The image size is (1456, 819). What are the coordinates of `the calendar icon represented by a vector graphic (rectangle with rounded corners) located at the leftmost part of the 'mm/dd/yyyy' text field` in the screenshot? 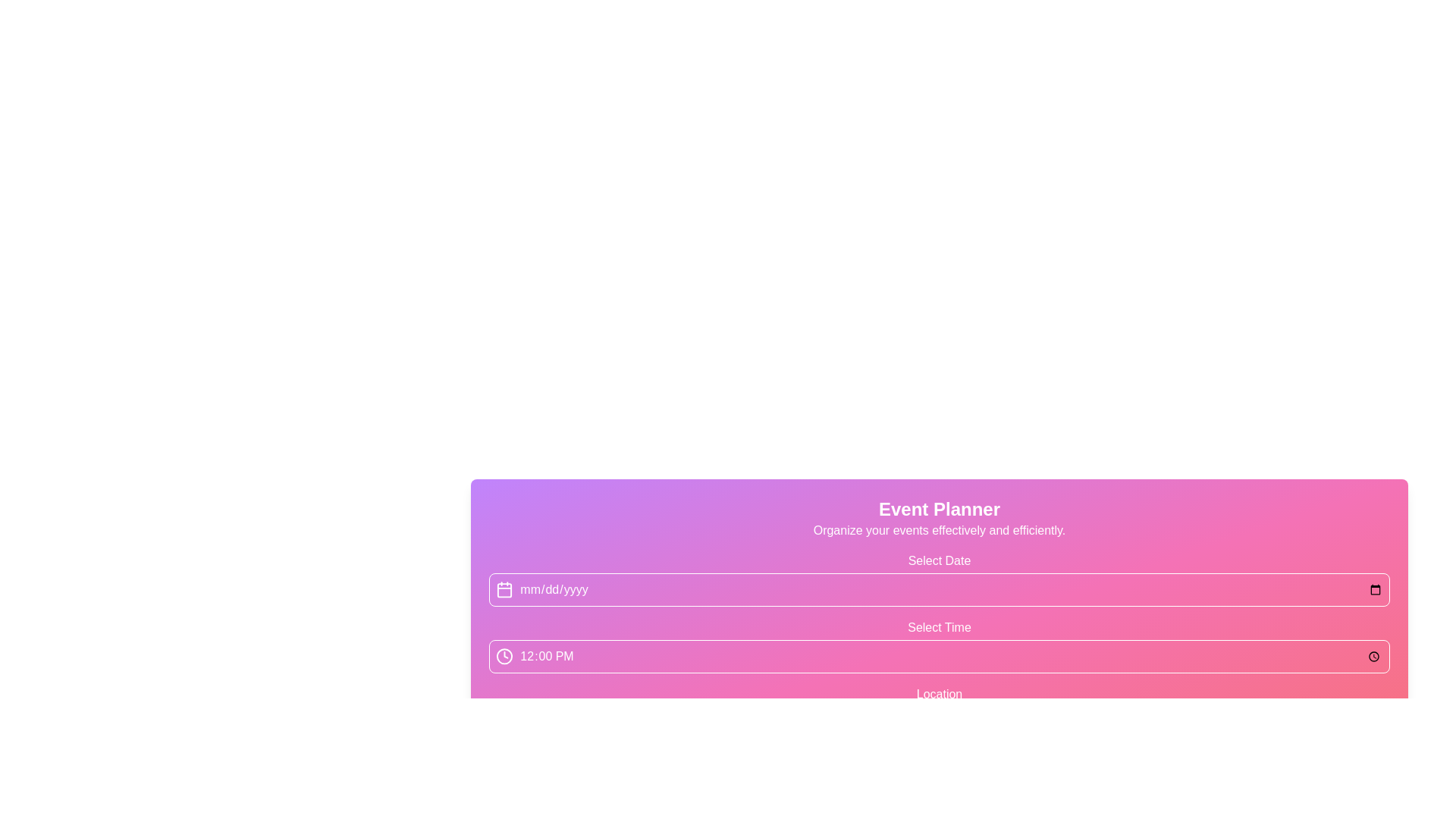 It's located at (504, 590).